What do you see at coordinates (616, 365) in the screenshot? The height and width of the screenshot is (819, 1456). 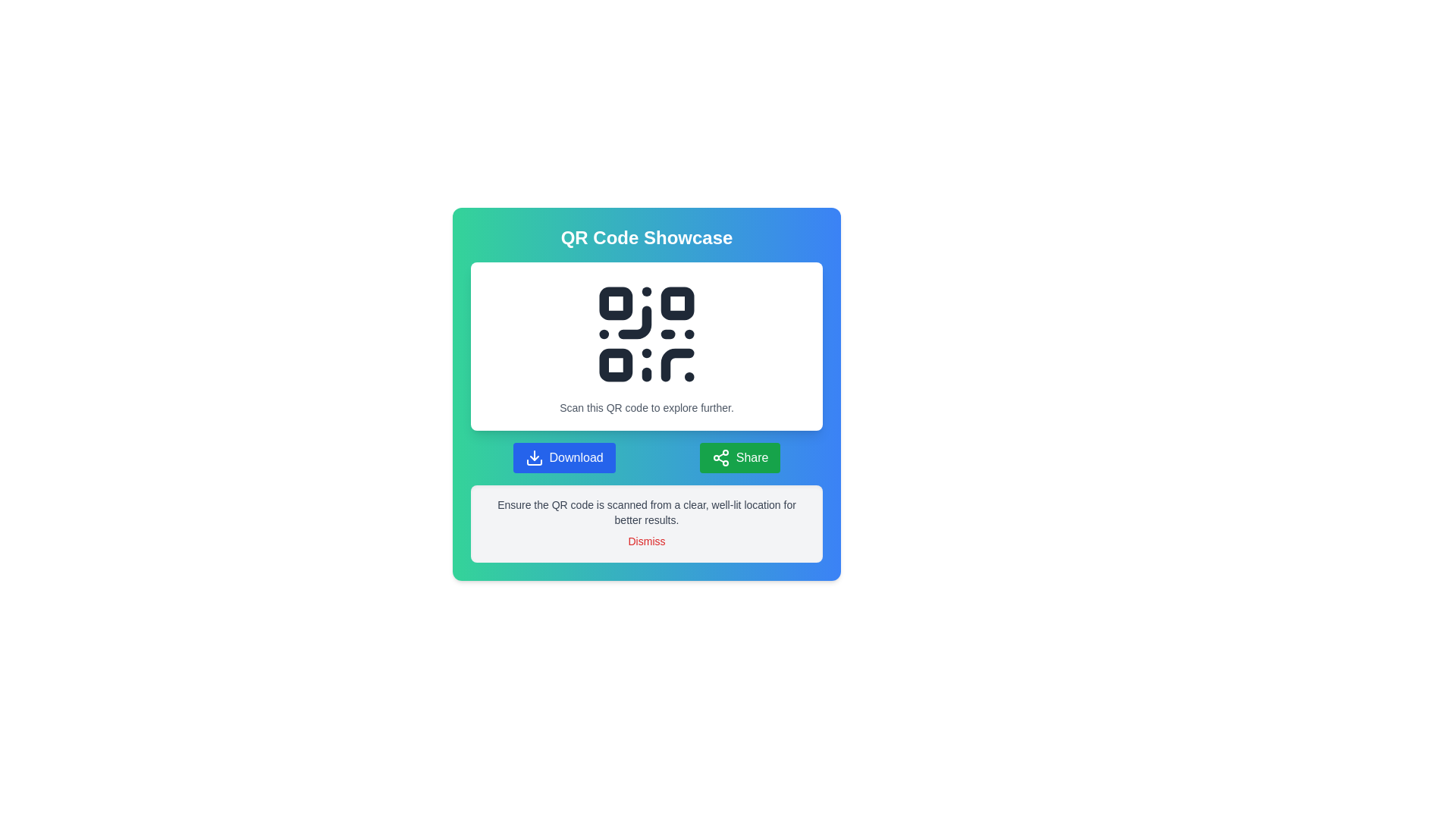 I see `the small, black, square block with rounded corners located in the bottom-left corner of the QR code graphic` at bounding box center [616, 365].